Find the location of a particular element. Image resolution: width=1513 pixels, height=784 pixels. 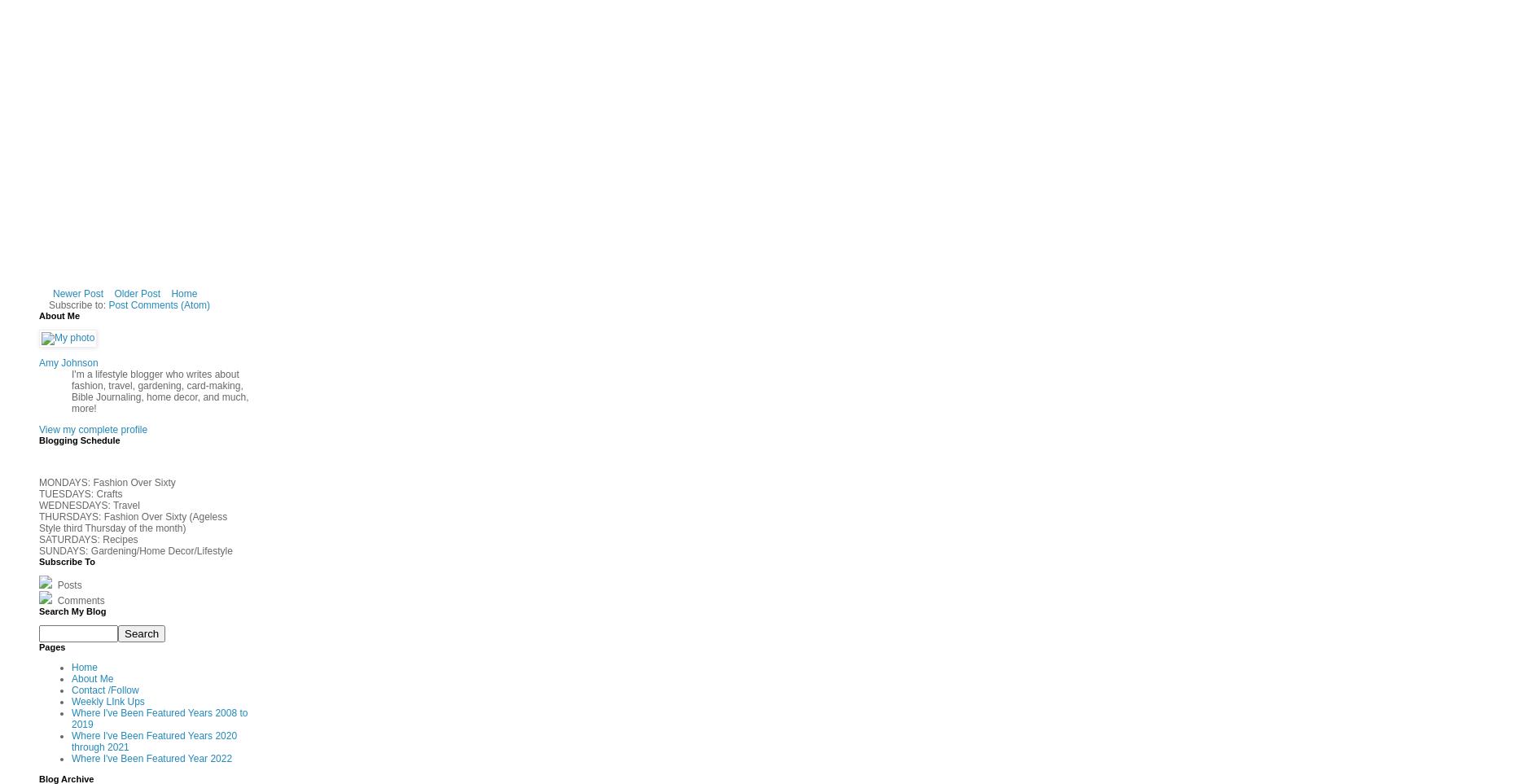

'Where I've Been Featured Years 2020 through 2021' is located at coordinates (71, 740).